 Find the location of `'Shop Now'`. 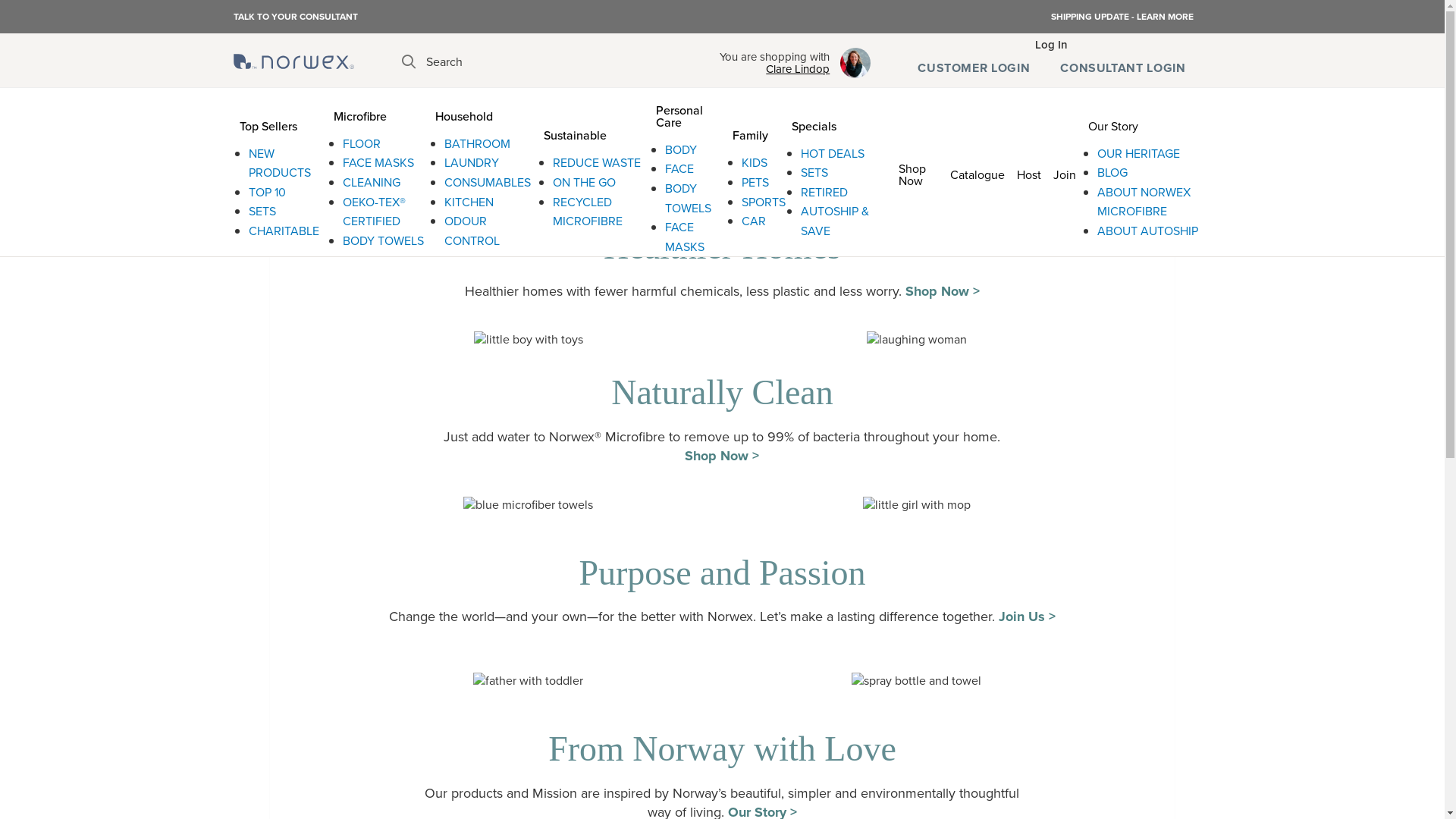

'Shop Now' is located at coordinates (917, 171).